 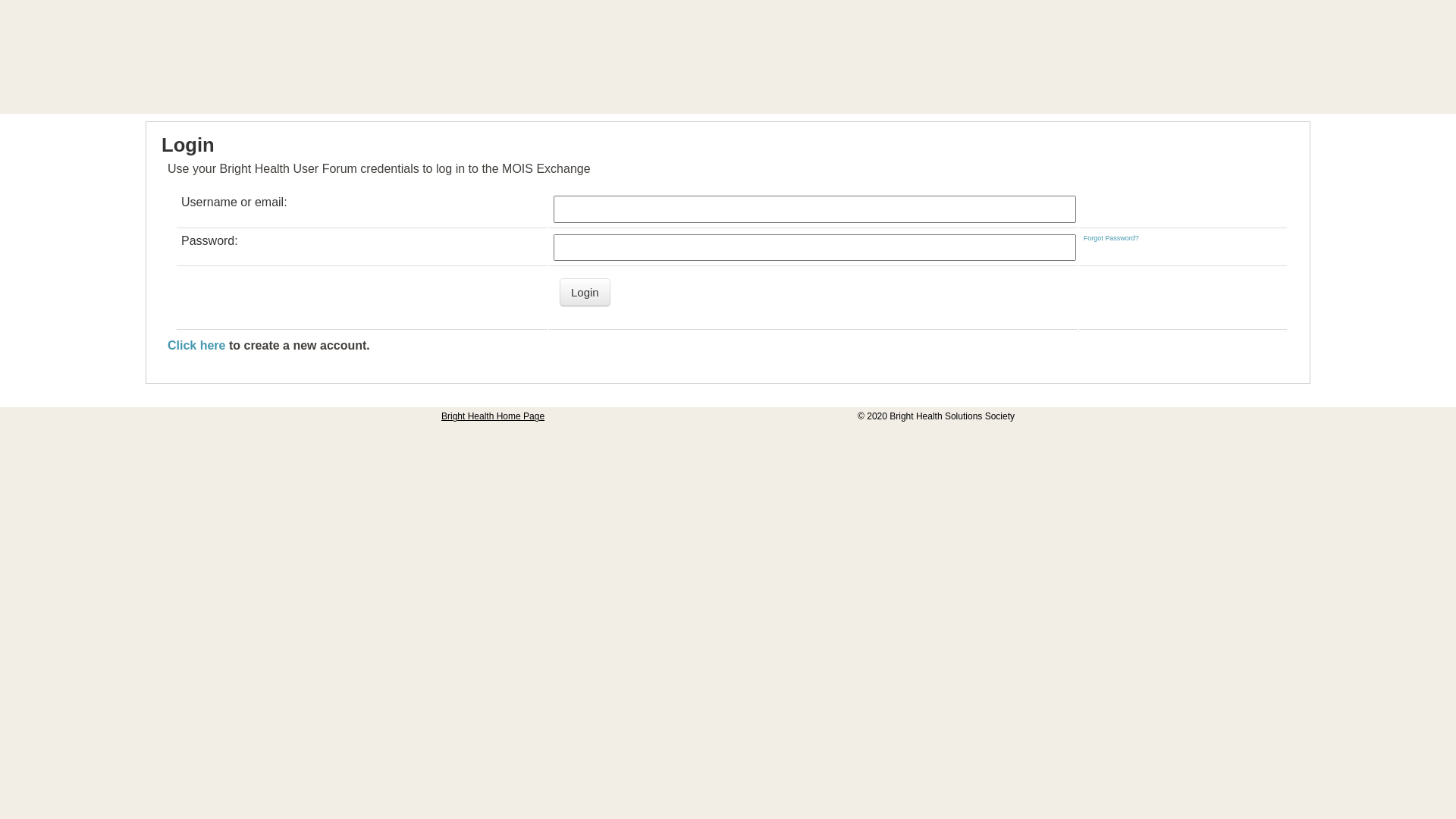 What do you see at coordinates (1111, 237) in the screenshot?
I see `'Forgot Password?'` at bounding box center [1111, 237].